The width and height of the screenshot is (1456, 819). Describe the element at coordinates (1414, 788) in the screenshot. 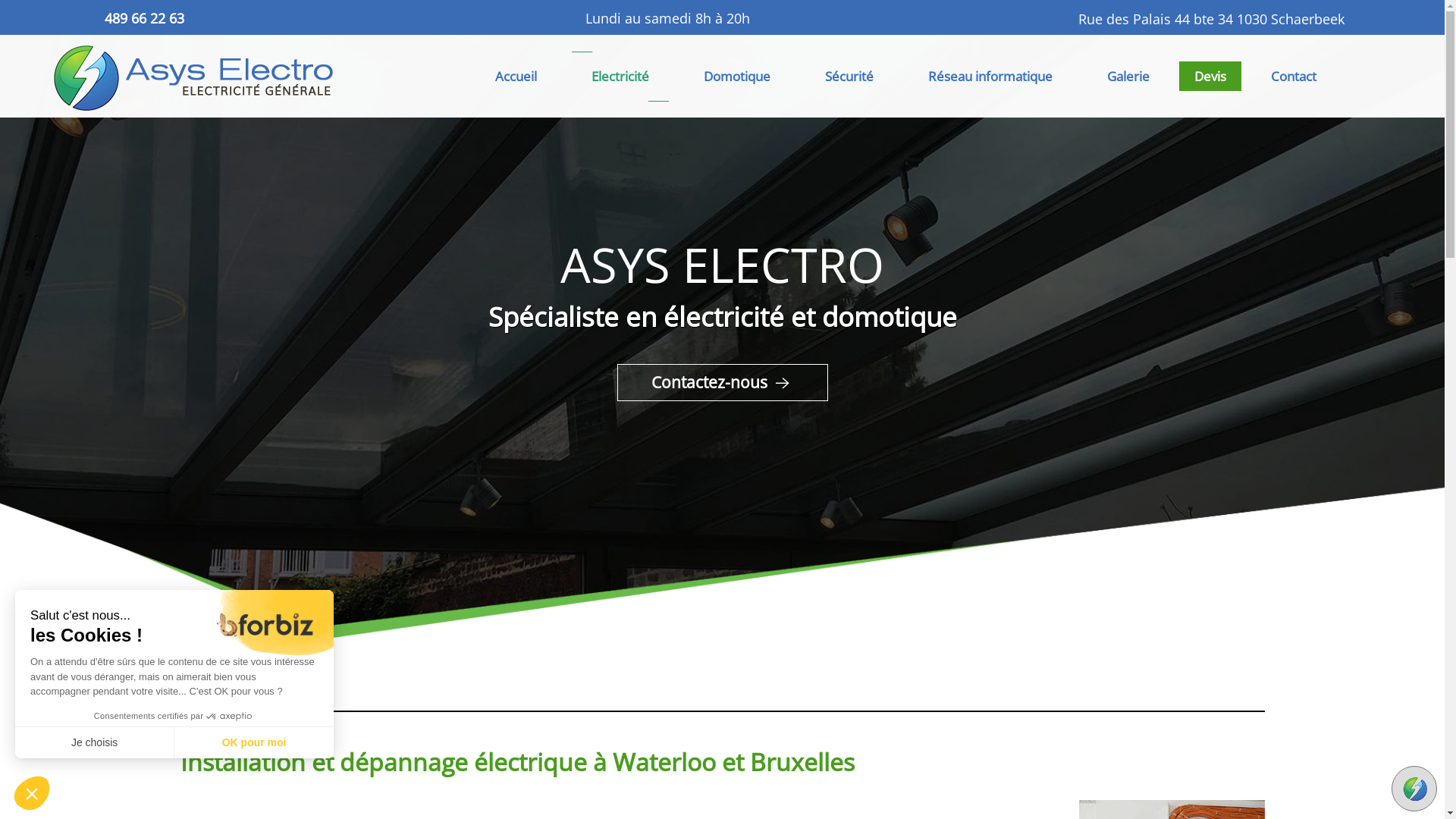

I see `'To Top'` at that location.